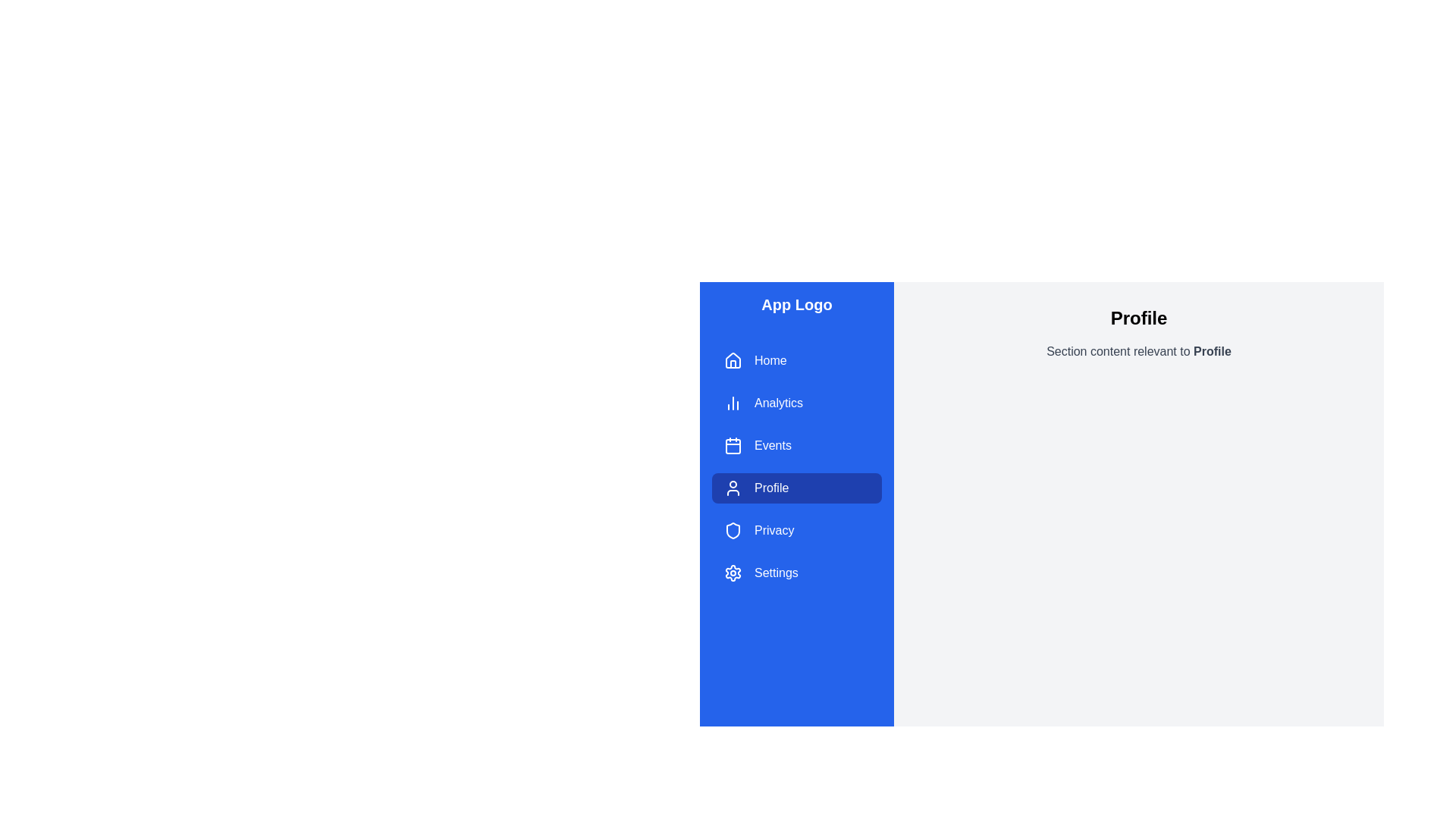 The image size is (1456, 819). What do you see at coordinates (733, 573) in the screenshot?
I see `the gear icon representing settings, located on the left vertical navigation bar next to the 'Settings' label` at bounding box center [733, 573].